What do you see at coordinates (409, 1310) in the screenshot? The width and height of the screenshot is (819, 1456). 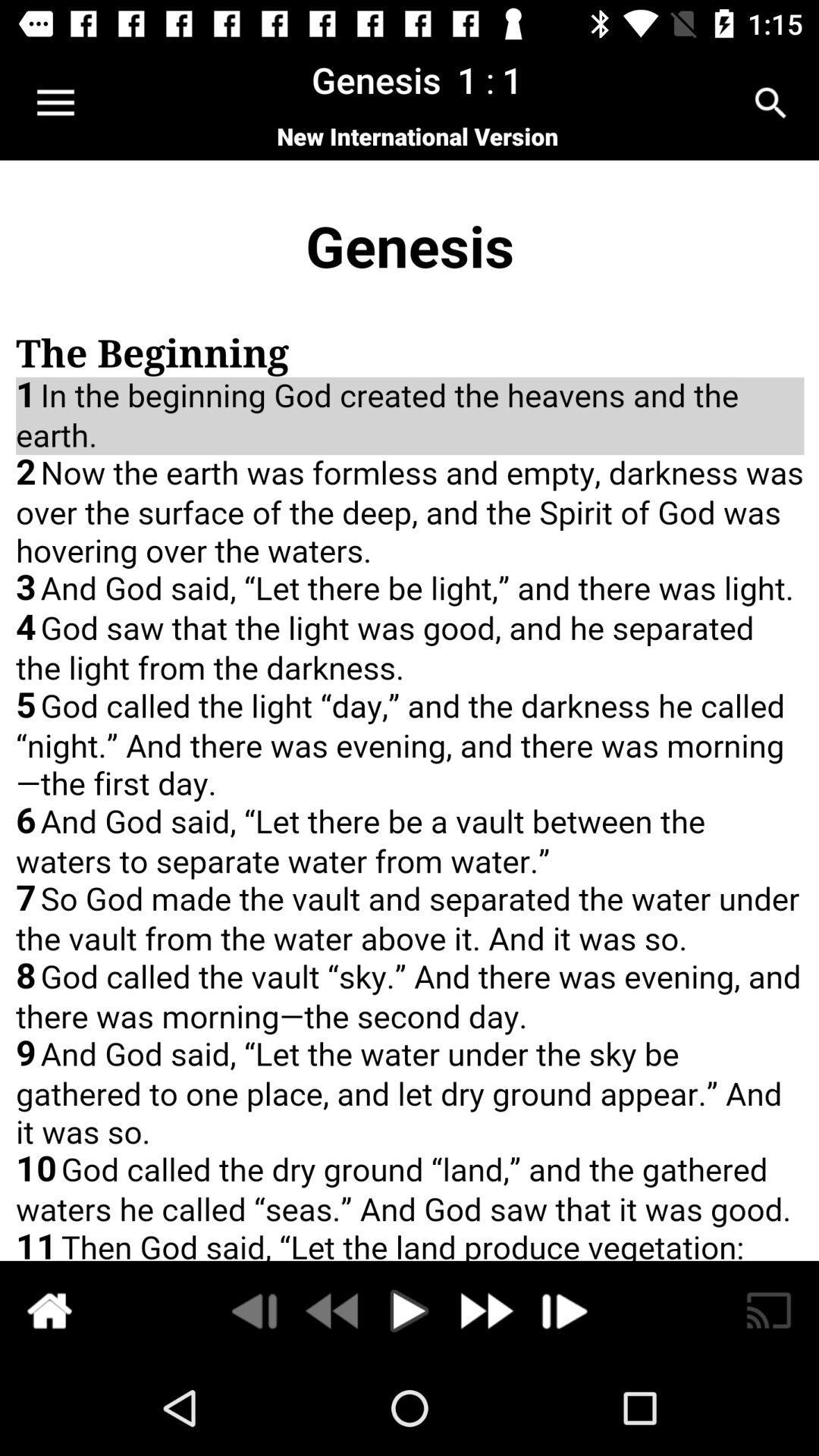 I see `the play icon` at bounding box center [409, 1310].